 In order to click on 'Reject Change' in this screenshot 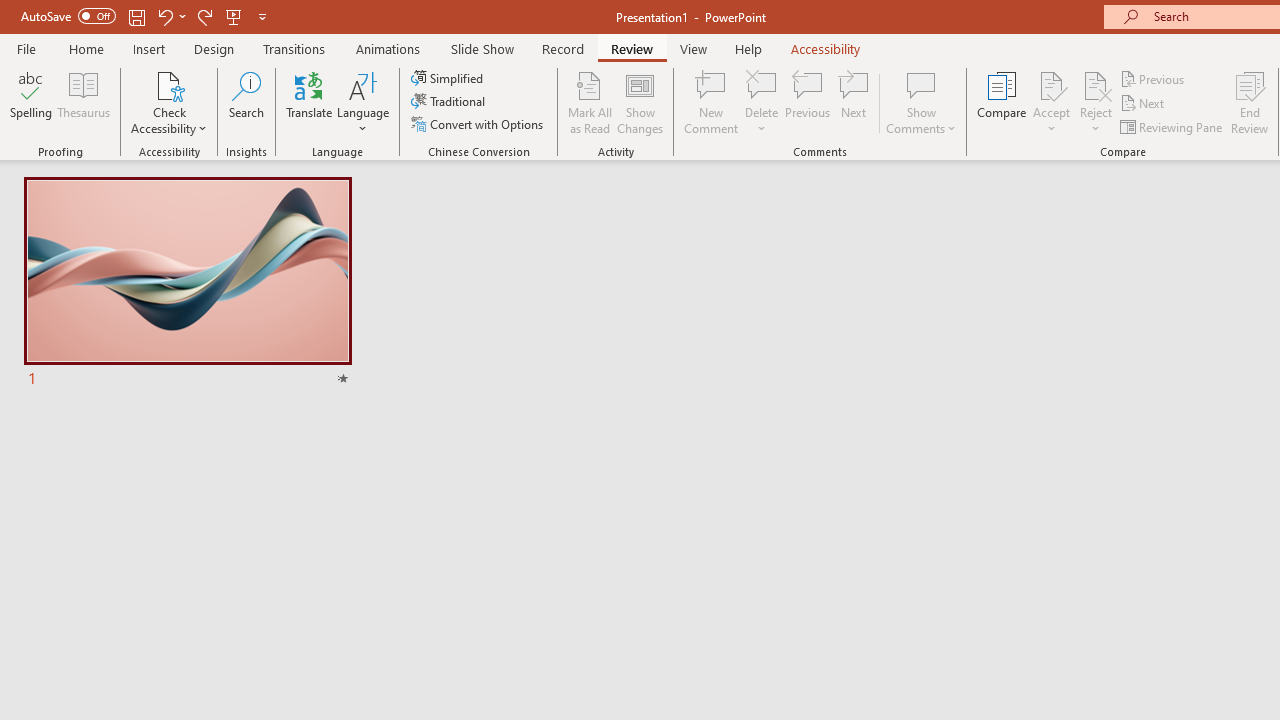, I will do `click(1095, 84)`.